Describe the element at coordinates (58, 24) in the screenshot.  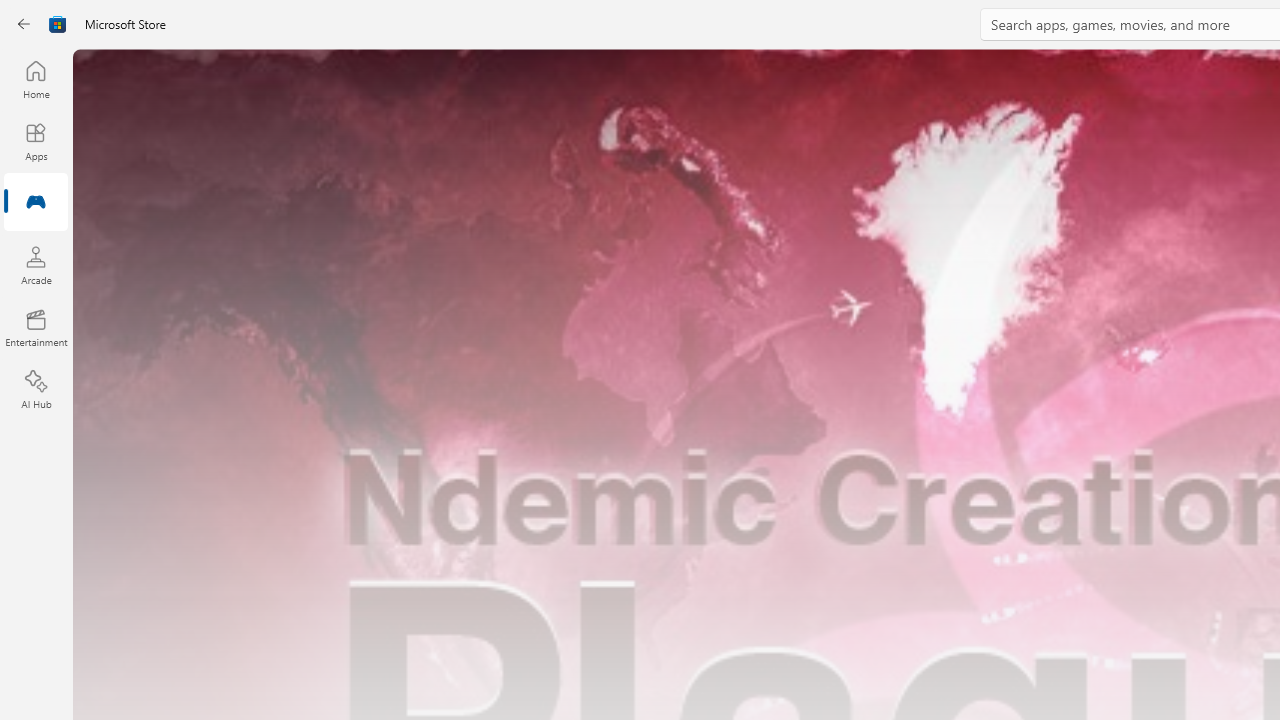
I see `'Class: Image'` at that location.